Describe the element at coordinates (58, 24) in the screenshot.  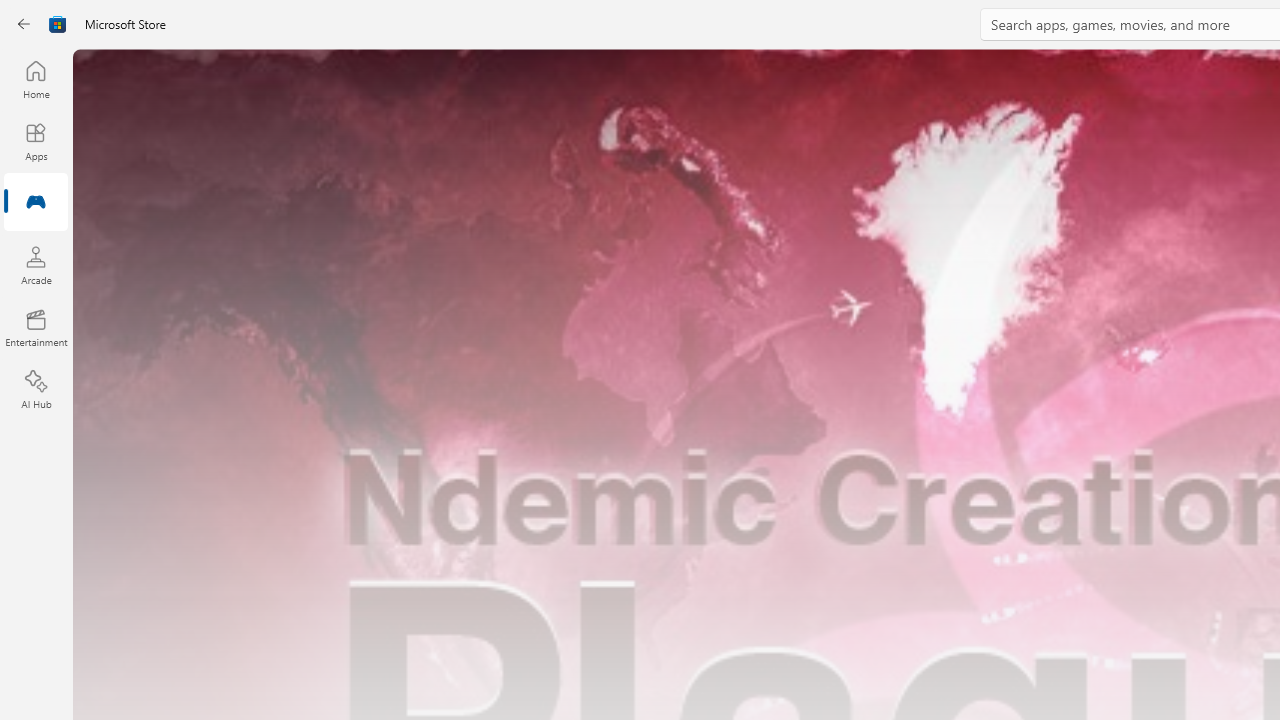
I see `'Class: Image'` at that location.